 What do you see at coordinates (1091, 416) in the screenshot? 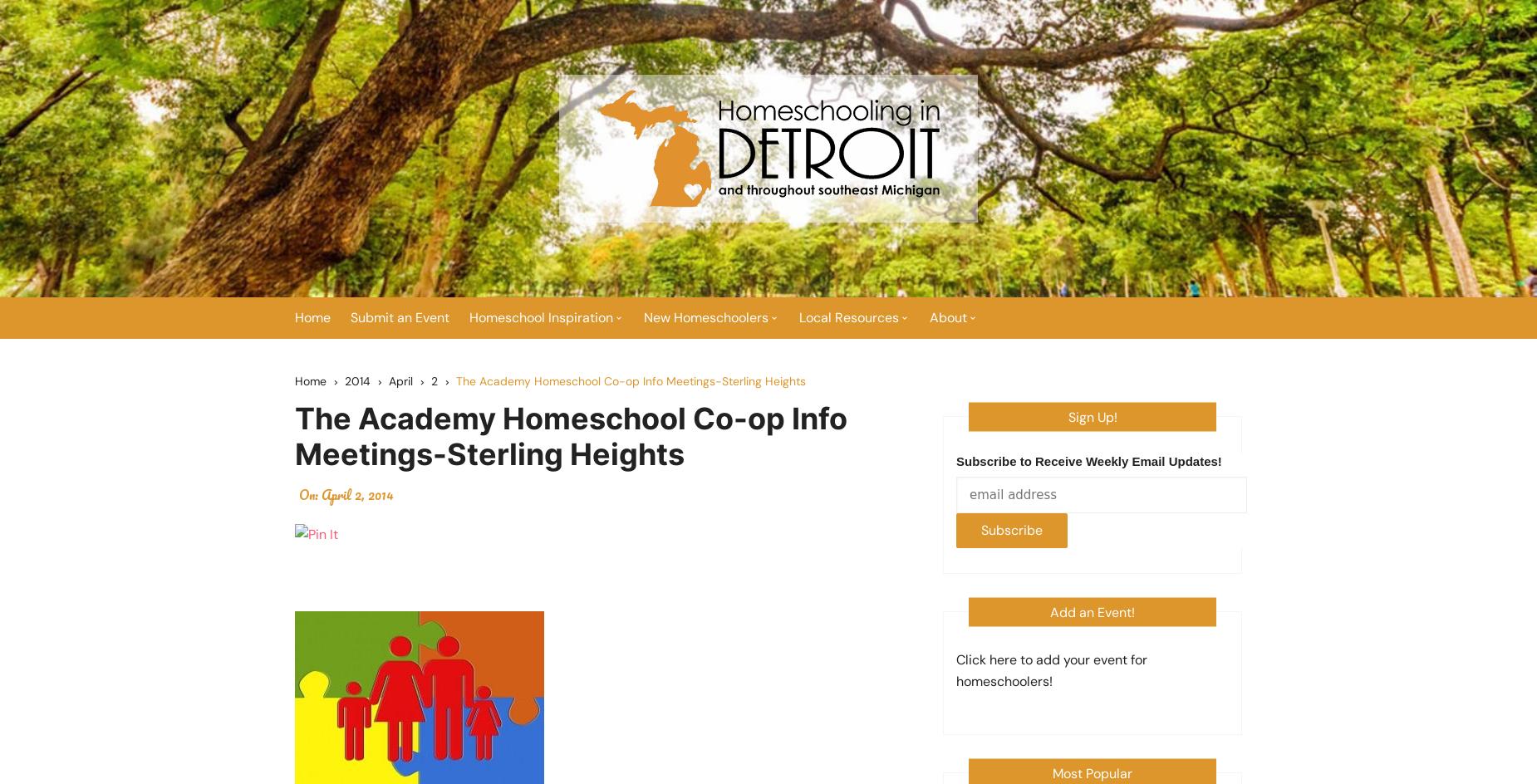
I see `'Sign Up!'` at bounding box center [1091, 416].